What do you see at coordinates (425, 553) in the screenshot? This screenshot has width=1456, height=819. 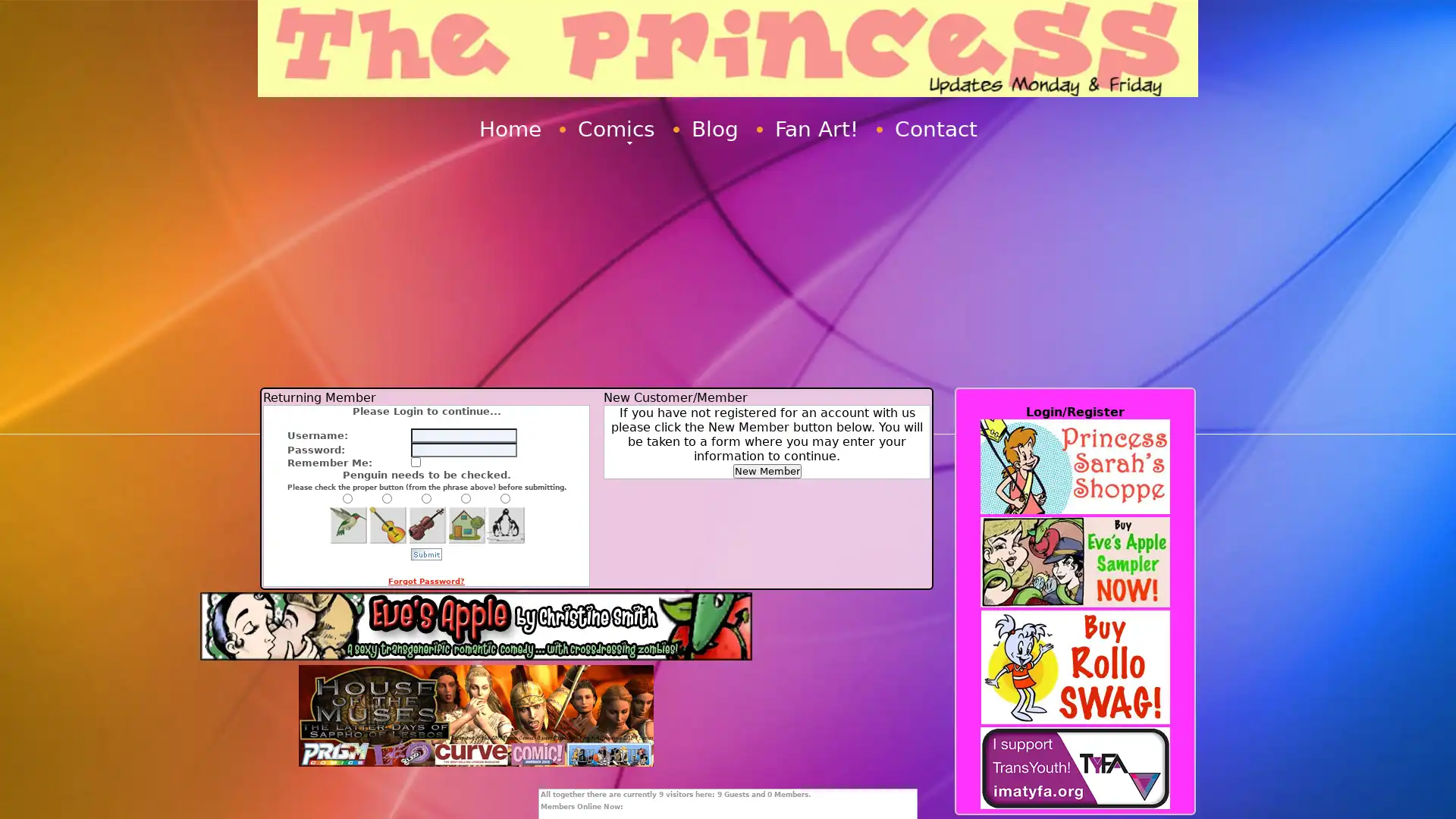 I see `Submit` at bounding box center [425, 553].